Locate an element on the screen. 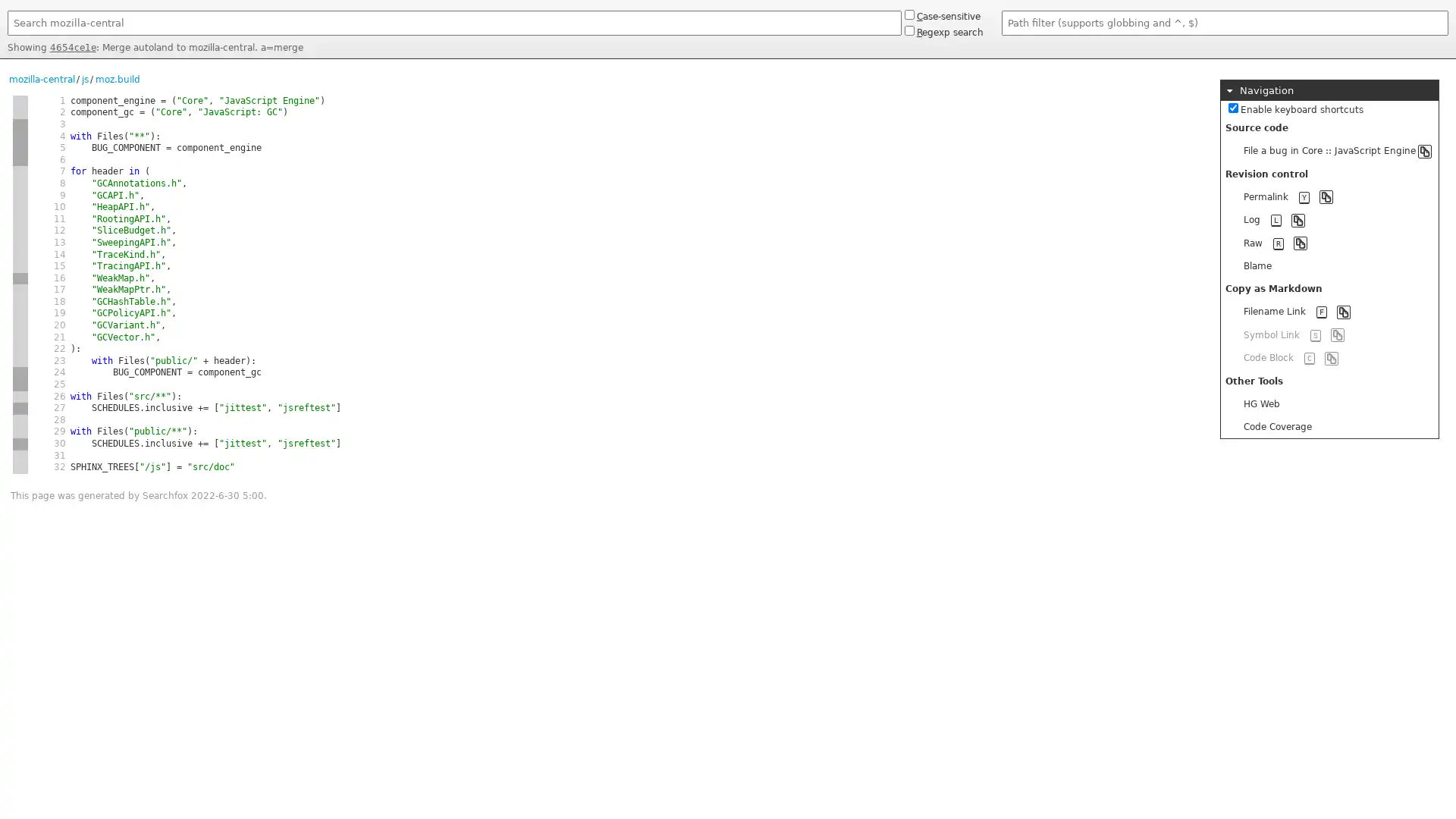 This screenshot has width=1456, height=819. new hash 1 is located at coordinates (20, 407).